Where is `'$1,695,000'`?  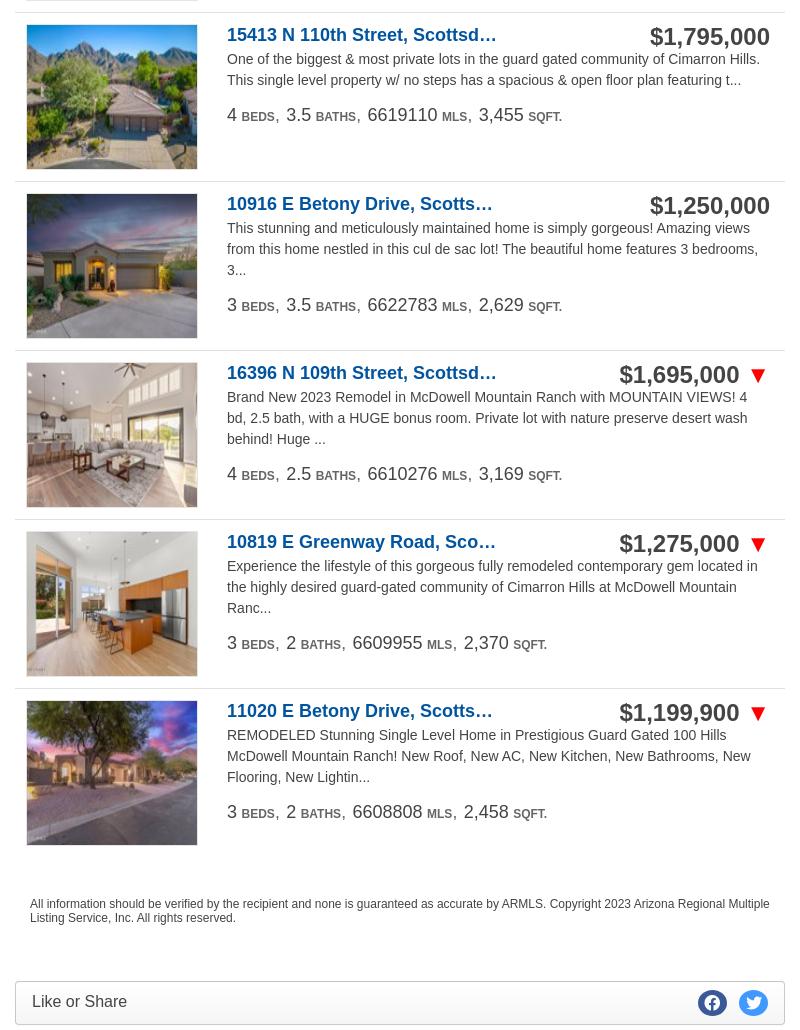
'$1,695,000' is located at coordinates (682, 373).